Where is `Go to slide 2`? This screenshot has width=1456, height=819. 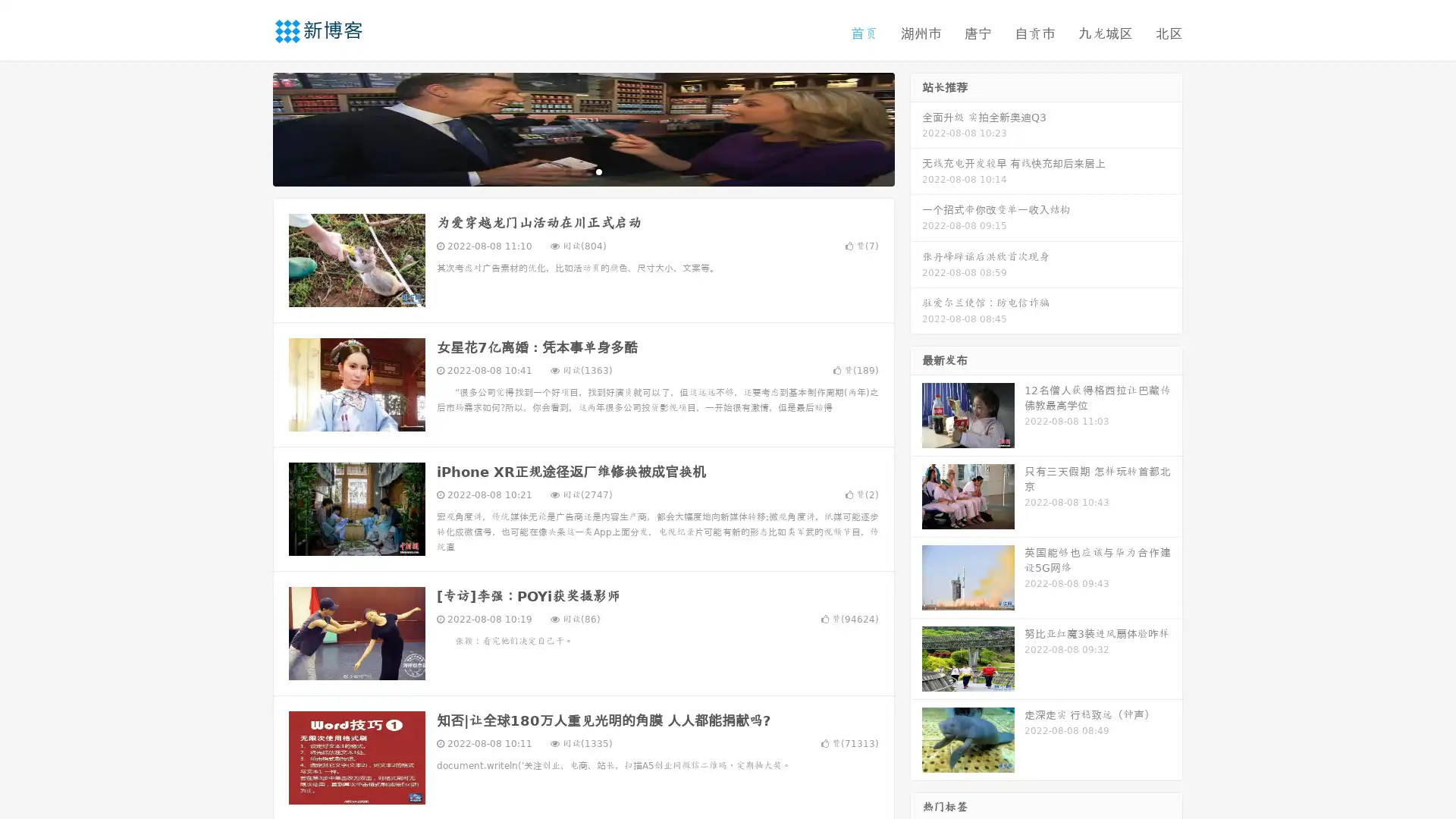
Go to slide 2 is located at coordinates (582, 171).